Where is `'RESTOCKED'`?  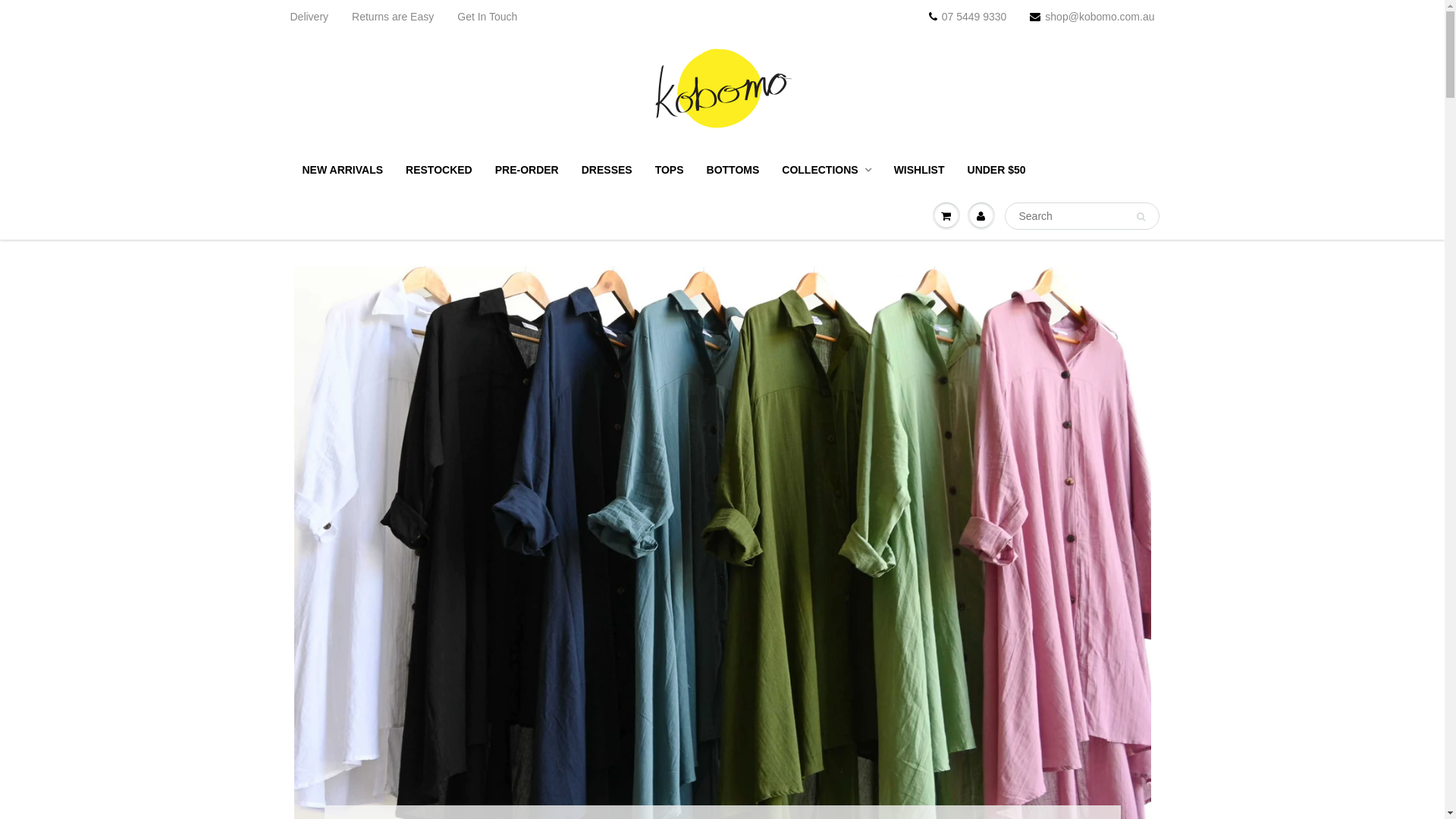 'RESTOCKED' is located at coordinates (438, 169).